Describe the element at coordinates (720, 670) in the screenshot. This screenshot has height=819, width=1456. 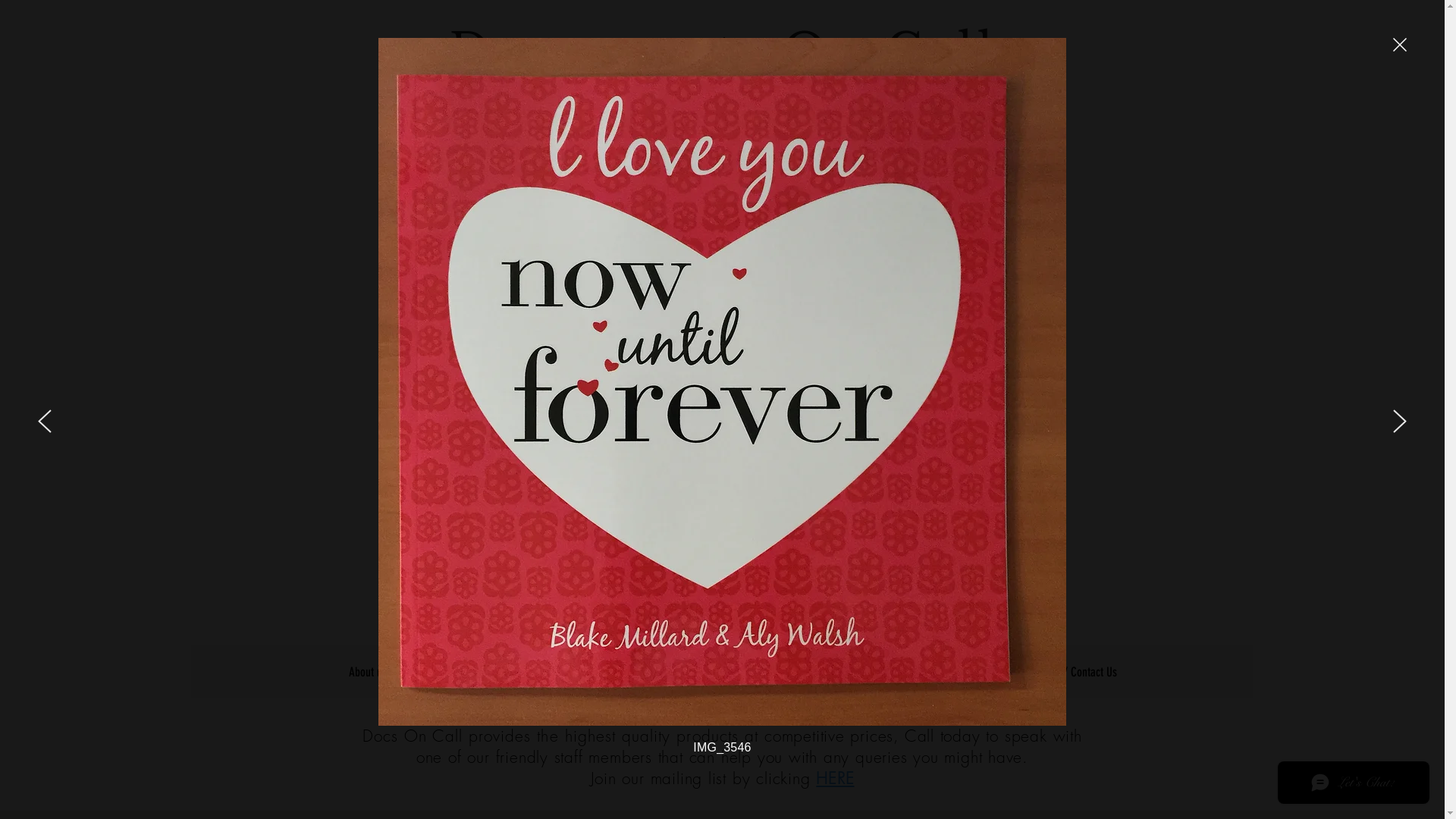
I see `'What's New?'` at that location.